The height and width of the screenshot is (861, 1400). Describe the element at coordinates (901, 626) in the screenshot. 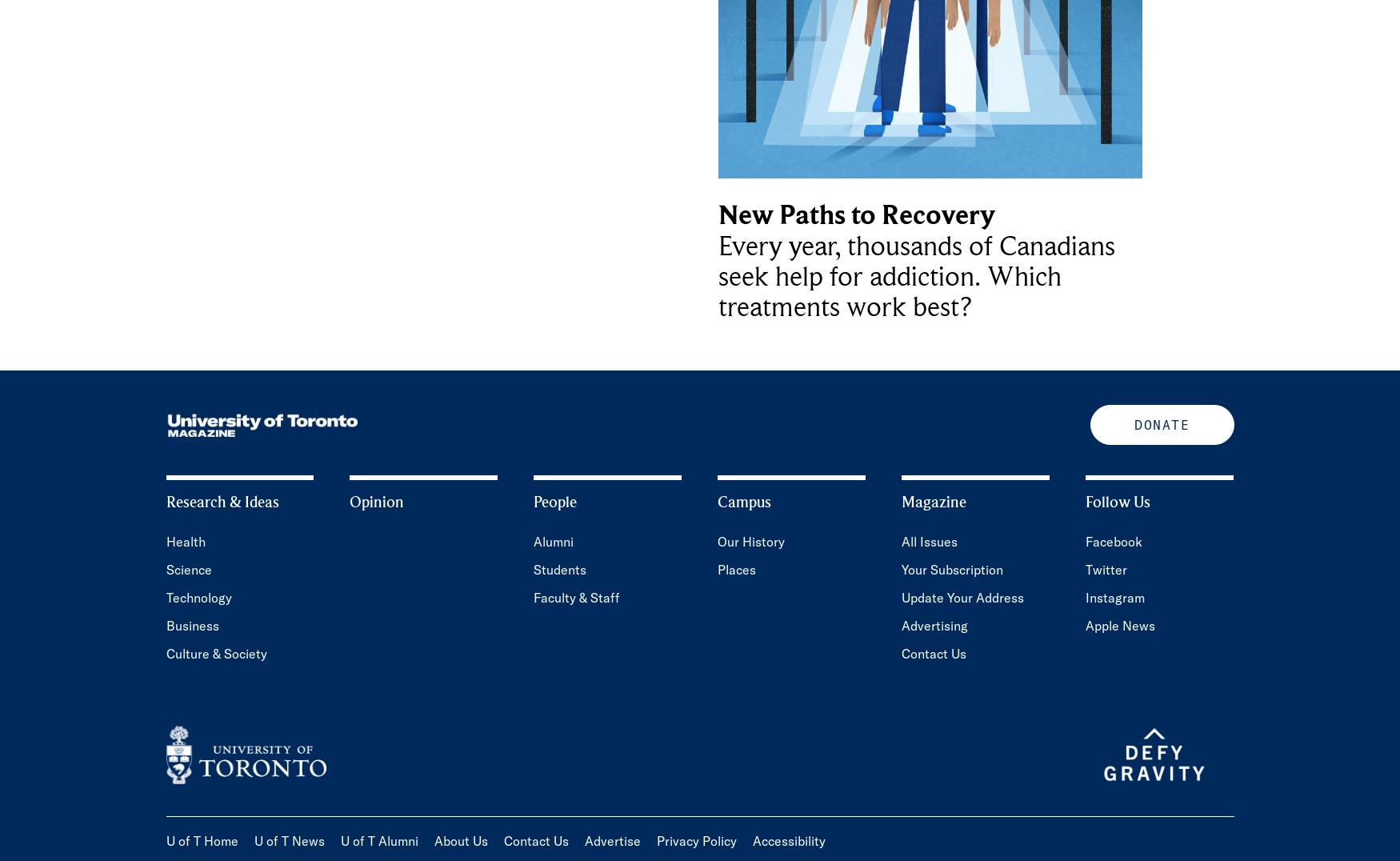

I see `'Advertising'` at that location.